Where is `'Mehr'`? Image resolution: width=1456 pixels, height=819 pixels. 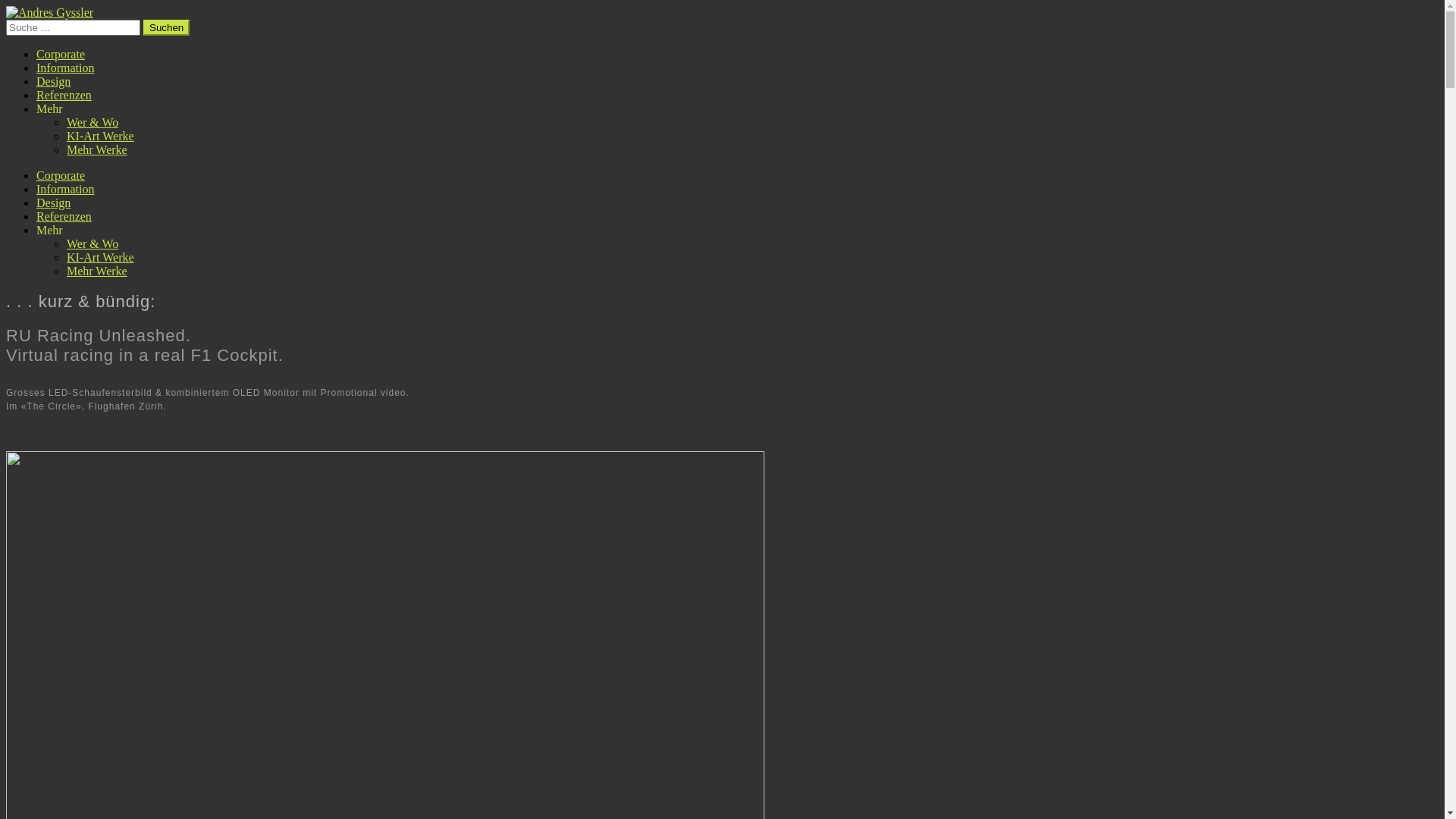 'Mehr' is located at coordinates (36, 108).